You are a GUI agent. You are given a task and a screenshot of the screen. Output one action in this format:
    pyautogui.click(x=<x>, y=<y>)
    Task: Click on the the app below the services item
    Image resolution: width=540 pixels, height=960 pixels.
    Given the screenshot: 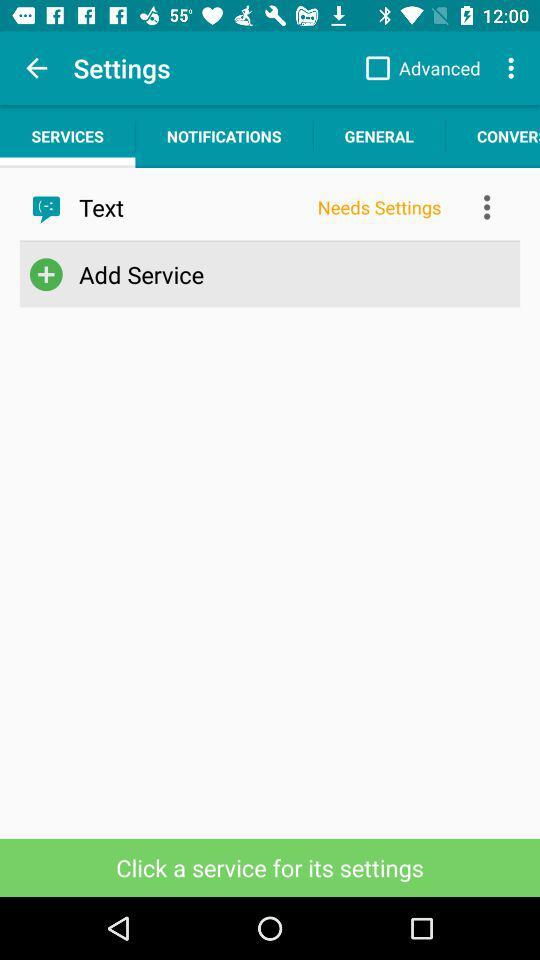 What is the action you would take?
    pyautogui.click(x=191, y=207)
    